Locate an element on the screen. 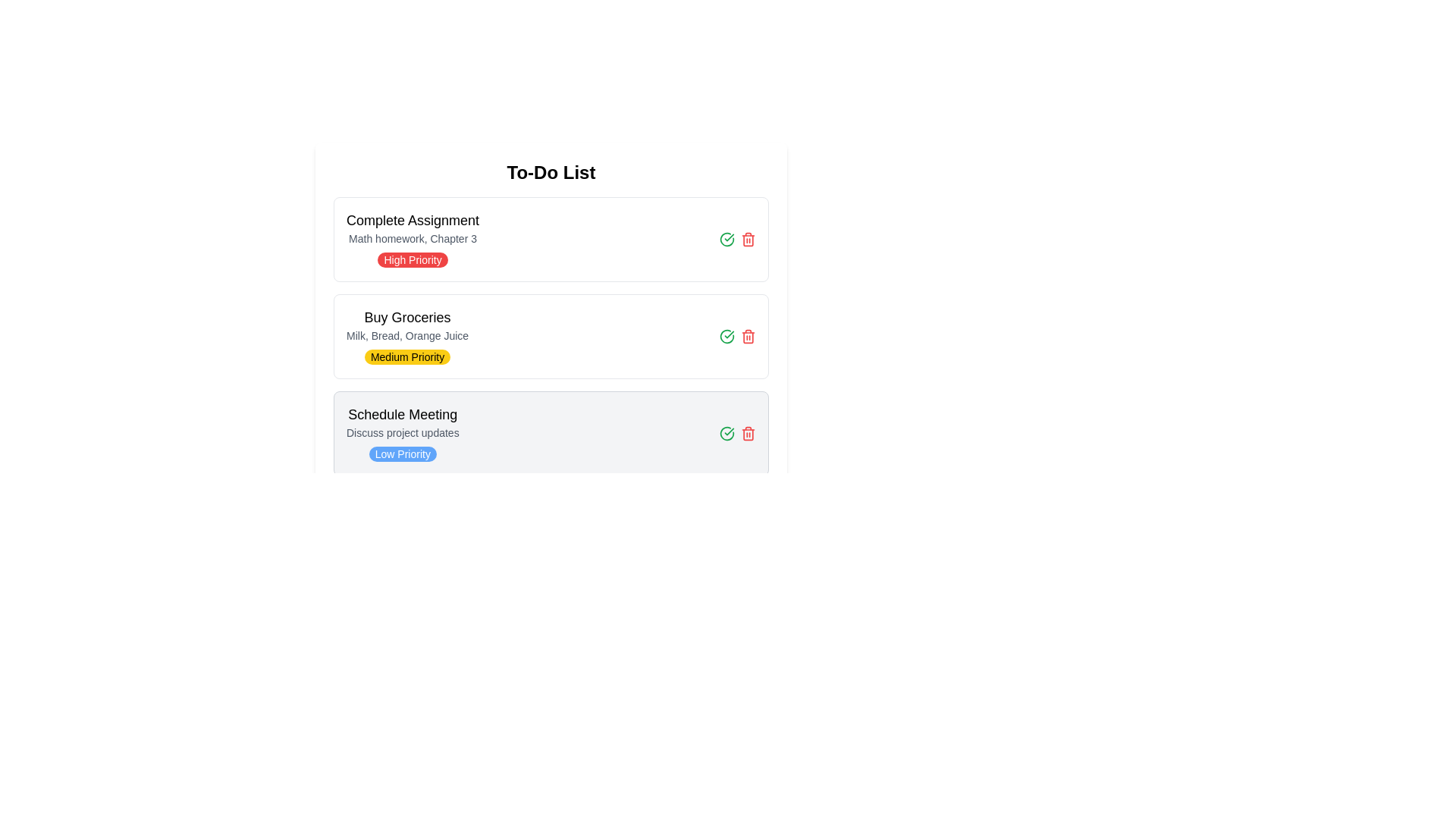 The width and height of the screenshot is (1456, 819). the circular checkmark icon indicating task completion for the 'Schedule Meeting' item, which is styled with a green stroke and located to the left of the trash bin icon is located at coordinates (726, 335).